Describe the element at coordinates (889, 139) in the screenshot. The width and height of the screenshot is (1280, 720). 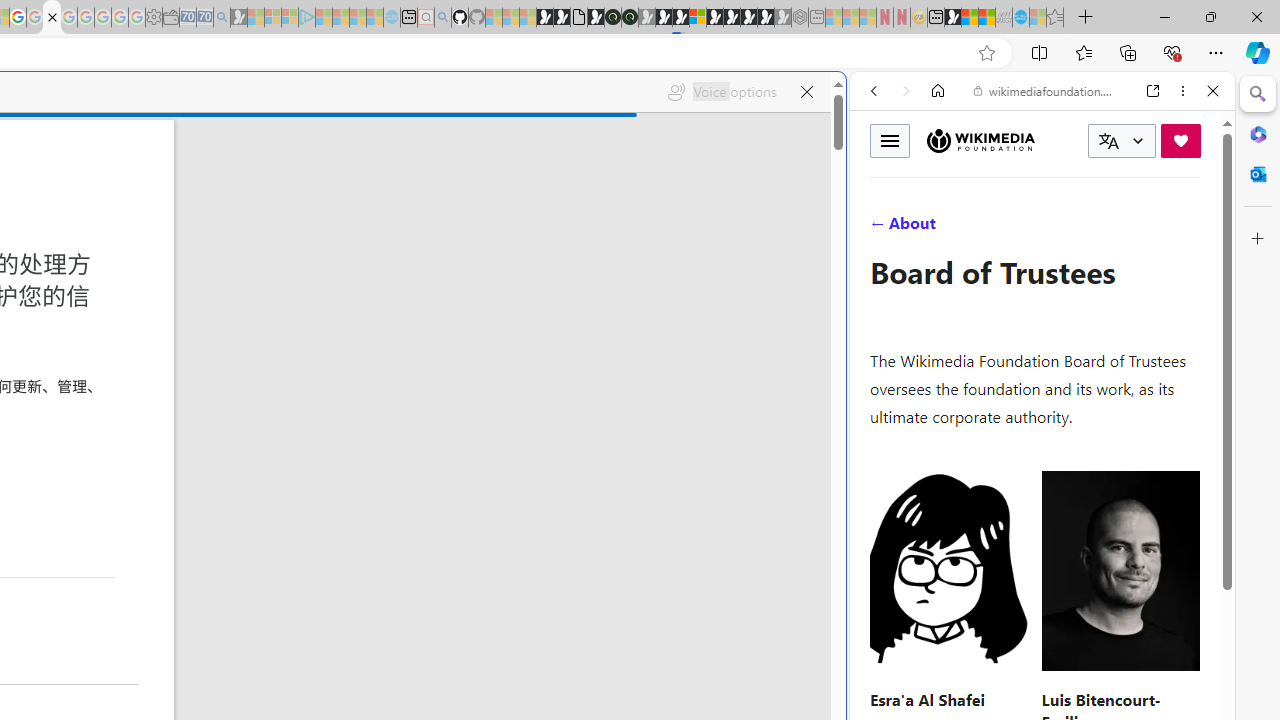
I see `'Toggle menu'` at that location.